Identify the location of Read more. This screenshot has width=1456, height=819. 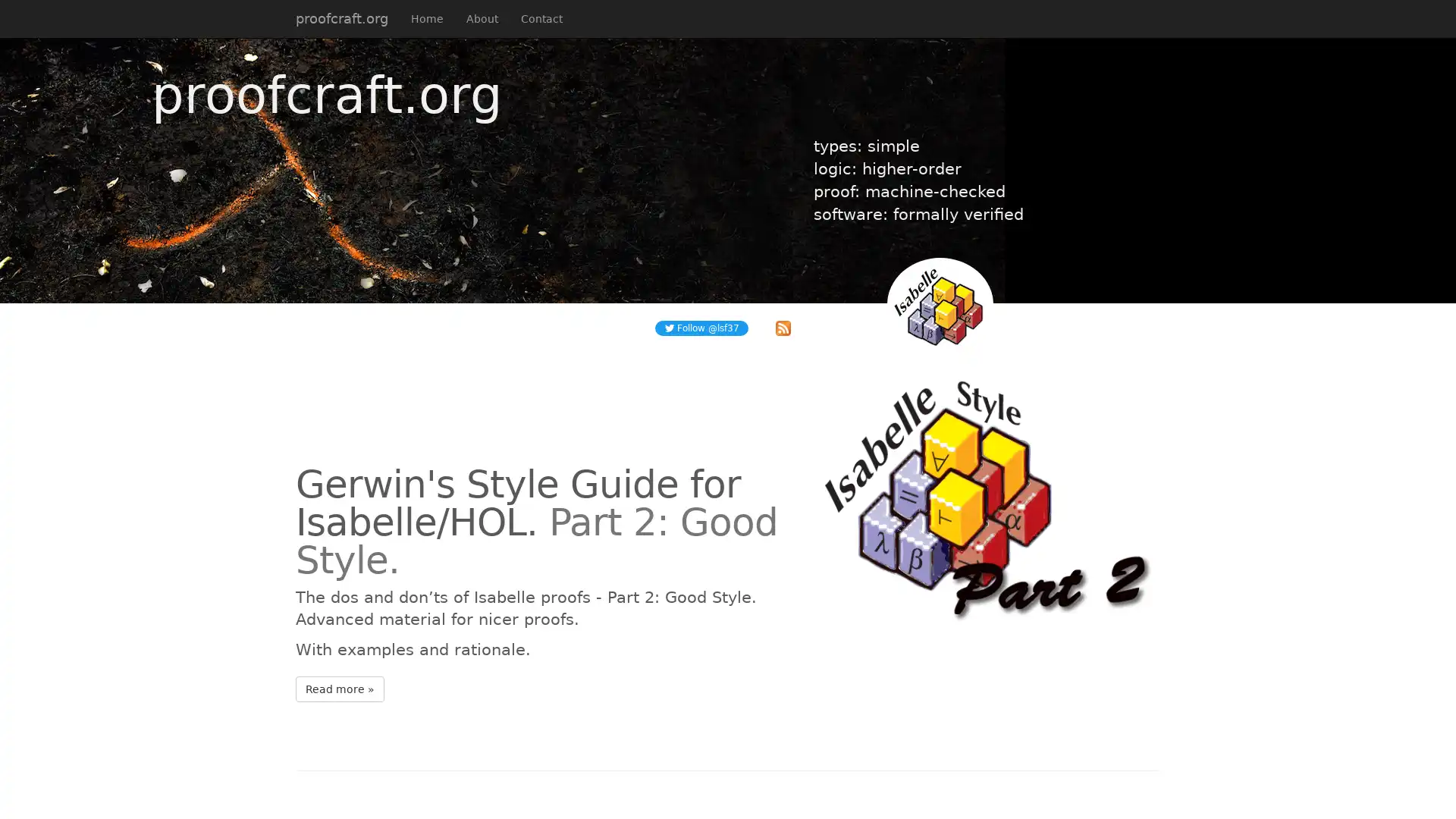
(339, 689).